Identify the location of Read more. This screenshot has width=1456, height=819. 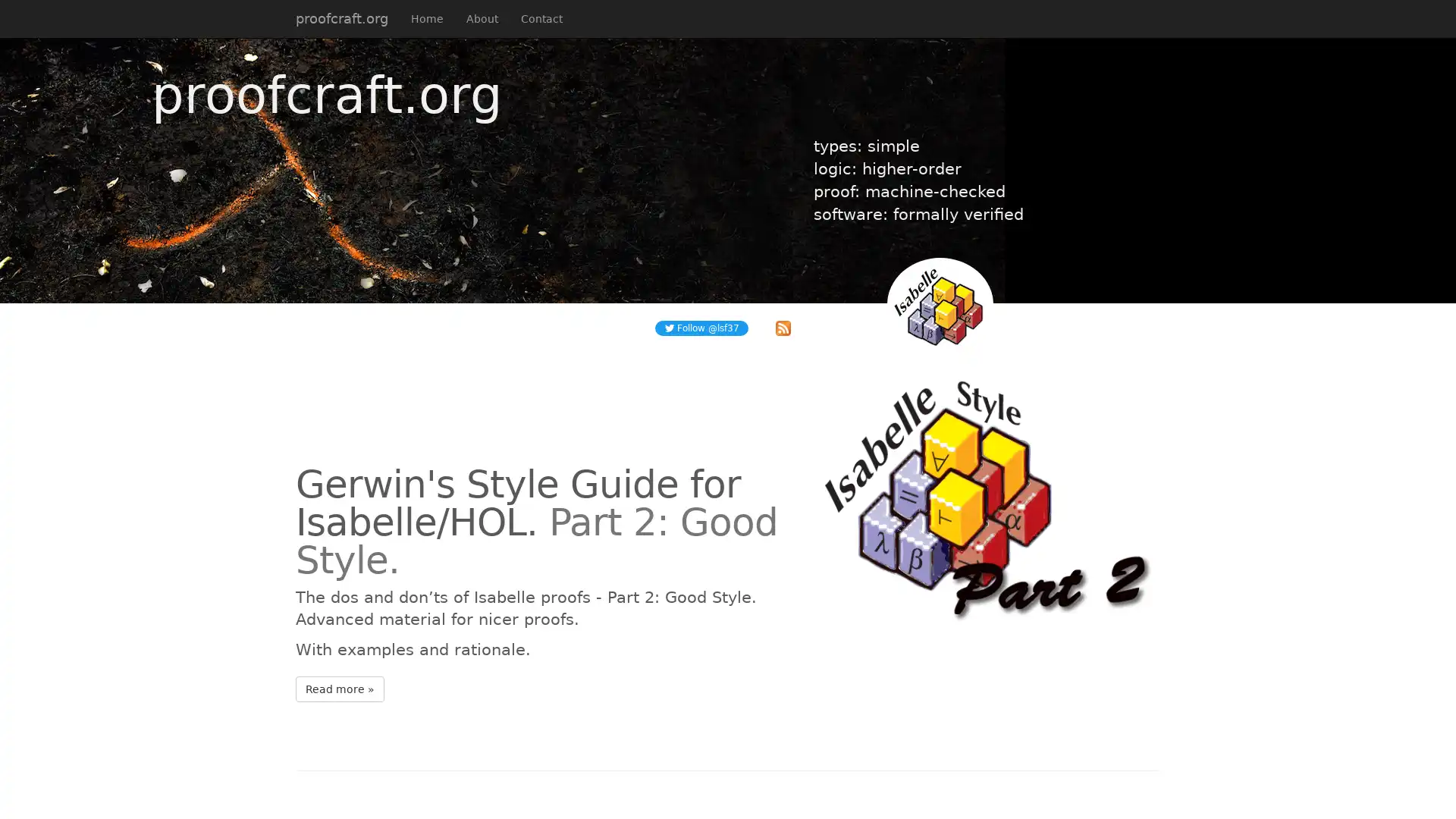
(339, 689).